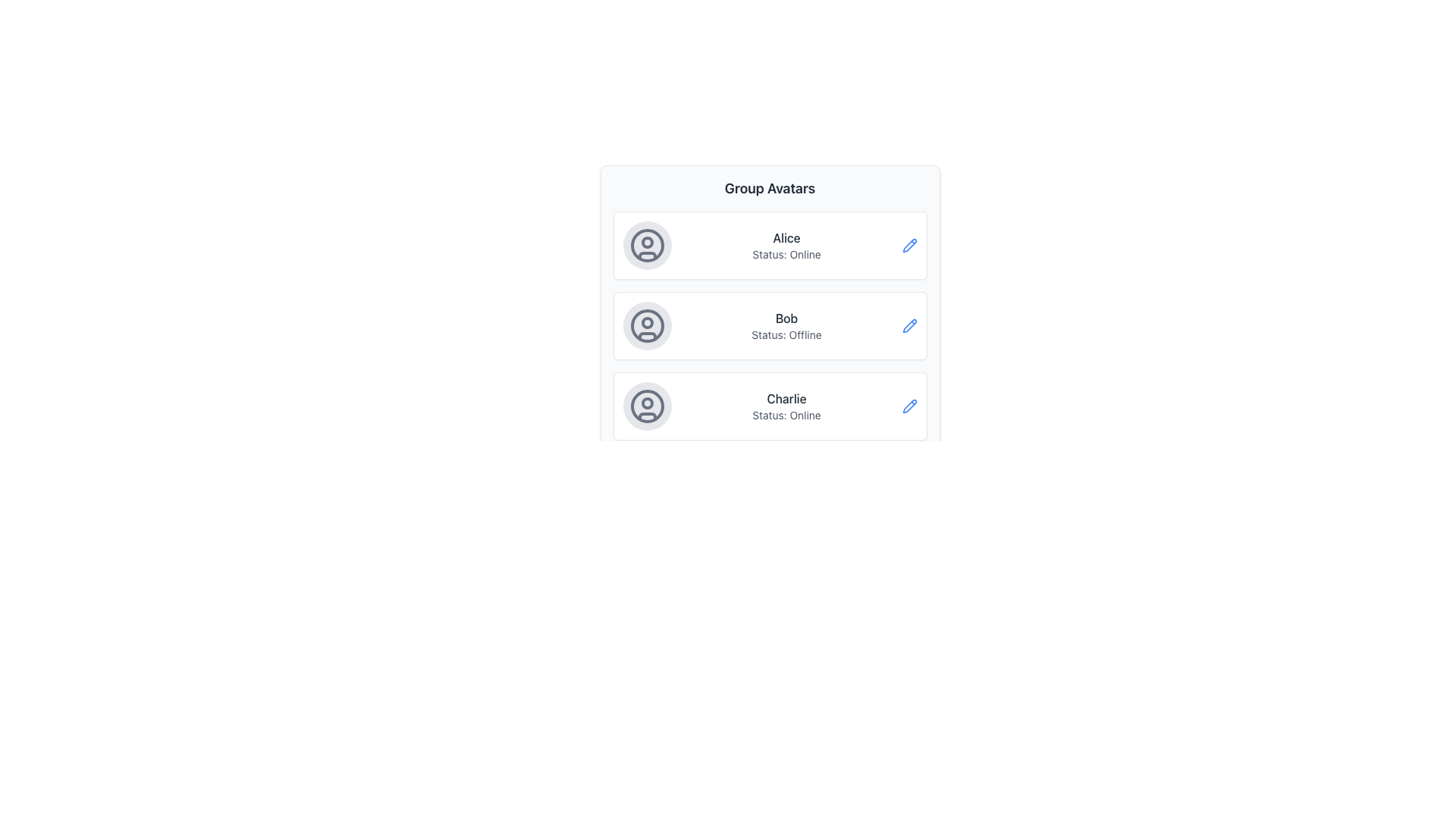  Describe the element at coordinates (770, 406) in the screenshot. I see `the user information component displaying 'Charlie' with a user profile icon, located in the 'Group Avatars' section as the third item` at that location.